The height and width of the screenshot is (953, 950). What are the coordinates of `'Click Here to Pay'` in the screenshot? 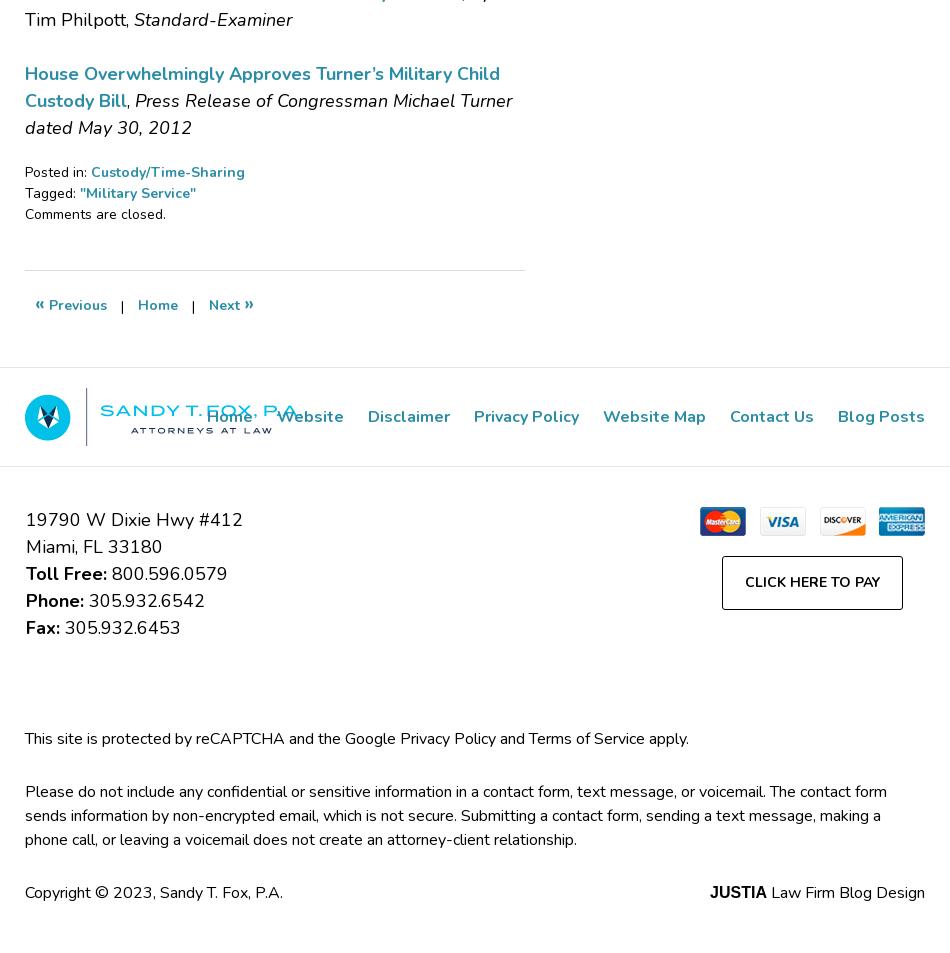 It's located at (811, 582).